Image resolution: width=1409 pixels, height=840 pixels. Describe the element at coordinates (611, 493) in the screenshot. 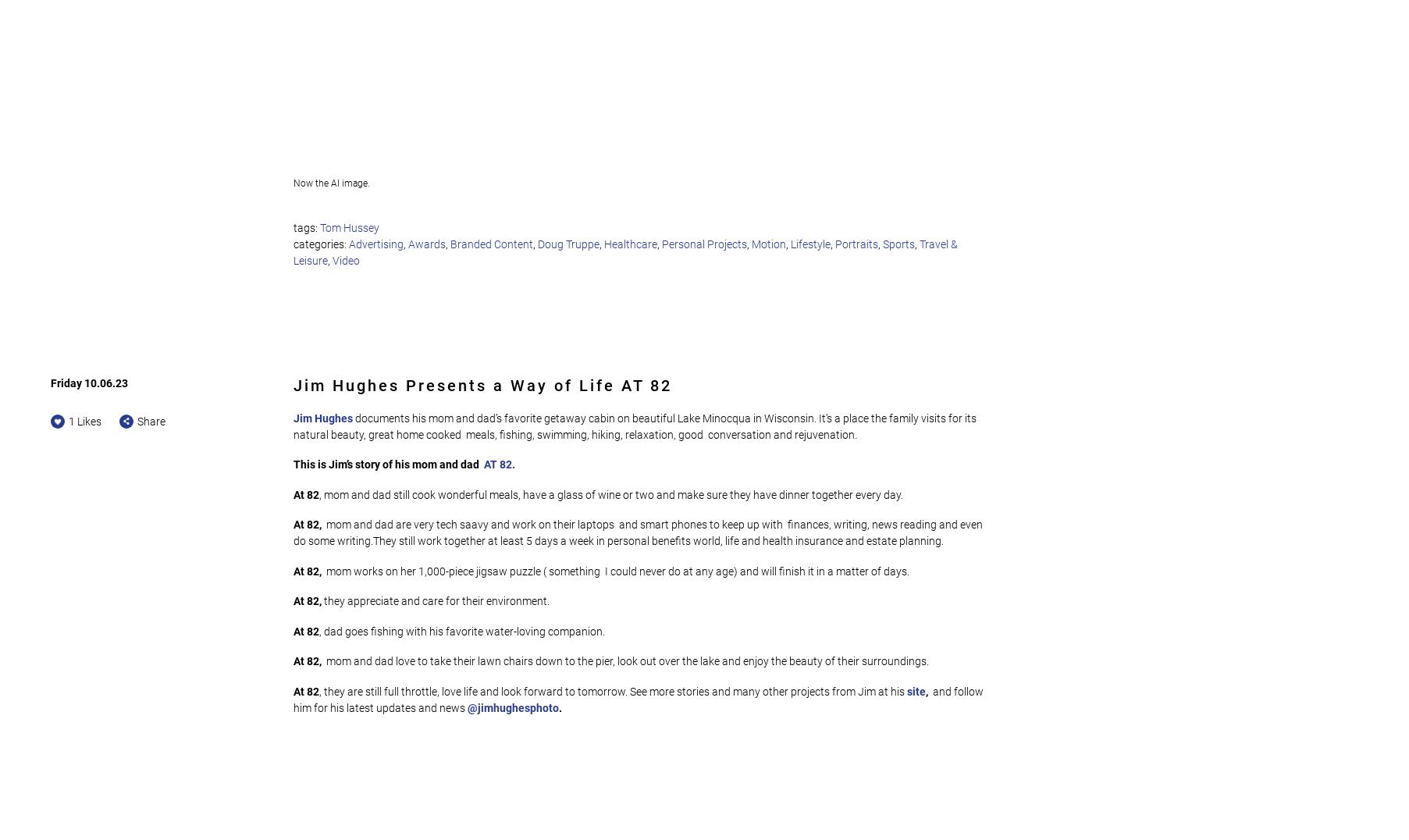

I see `', mom and dad still cook wonderful meals, have a glass of wine or two and make sure they have dinner together every day.'` at that location.